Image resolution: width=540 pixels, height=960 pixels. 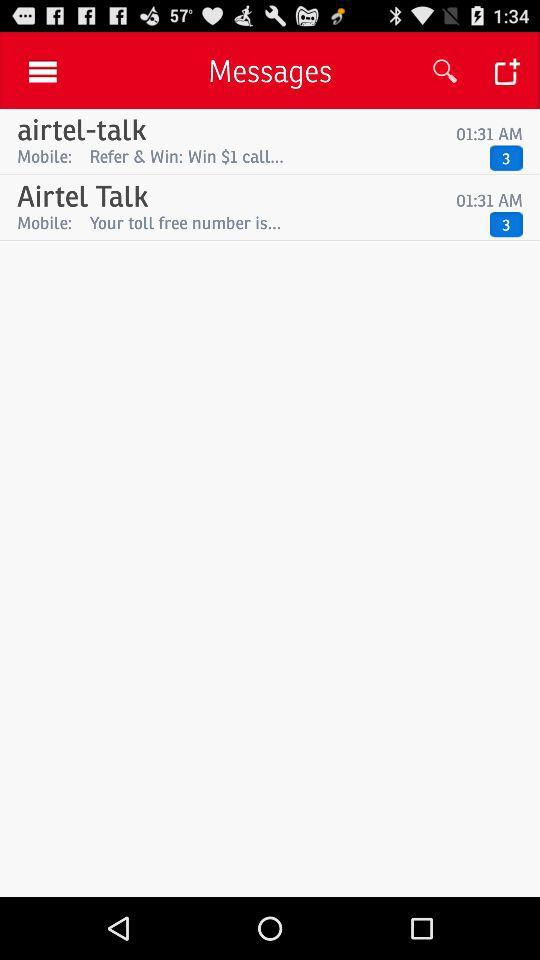 I want to click on the app next to messages app, so click(x=445, y=71).